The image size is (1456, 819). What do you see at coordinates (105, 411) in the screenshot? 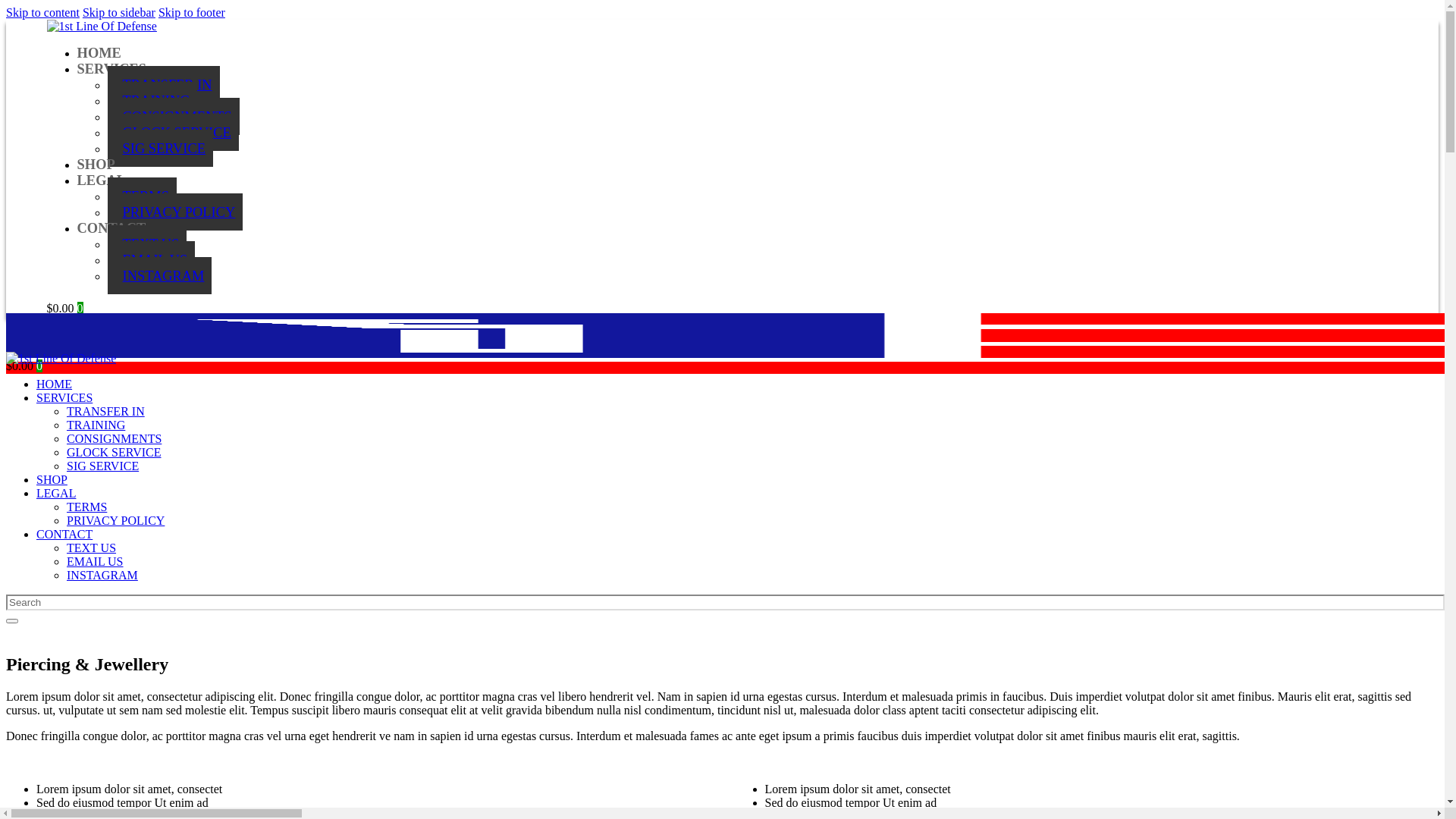
I see `'TRANSFER IN'` at bounding box center [105, 411].